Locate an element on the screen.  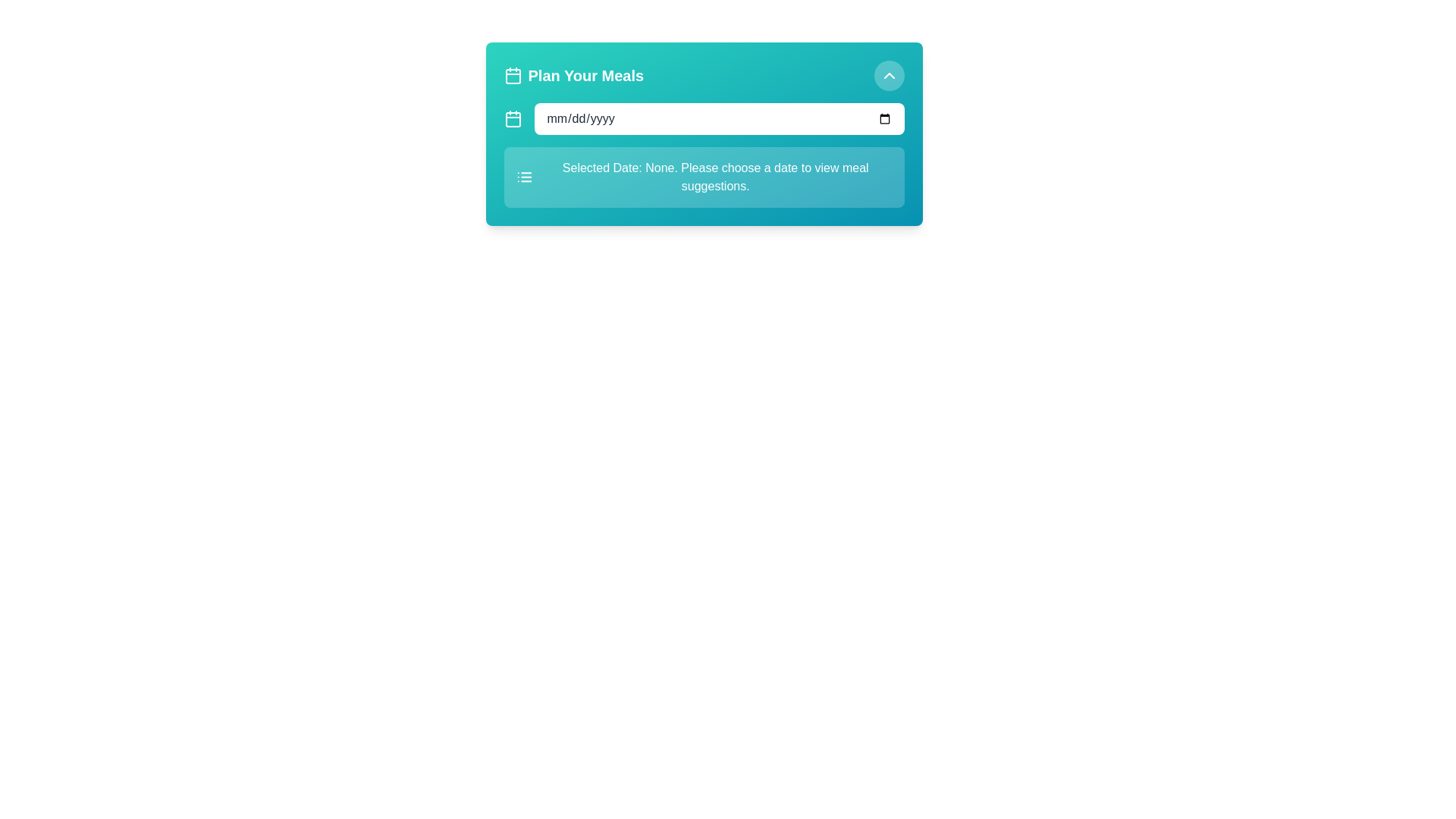
the calendar icon, which is a white line-based design against a cyan background, located towards the left side within the date selection input field is located at coordinates (513, 118).